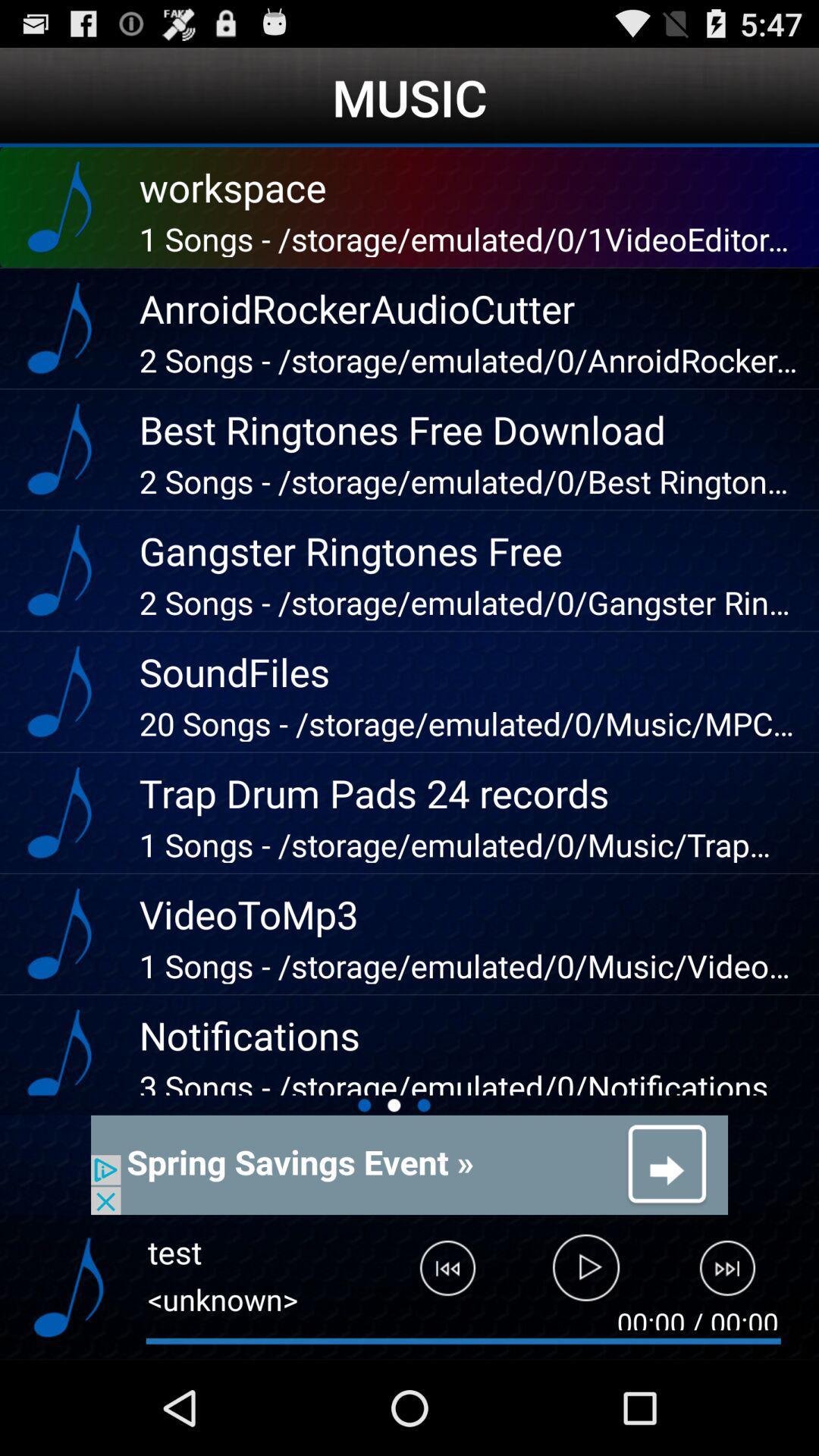  I want to click on the next play, so click(736, 1274).